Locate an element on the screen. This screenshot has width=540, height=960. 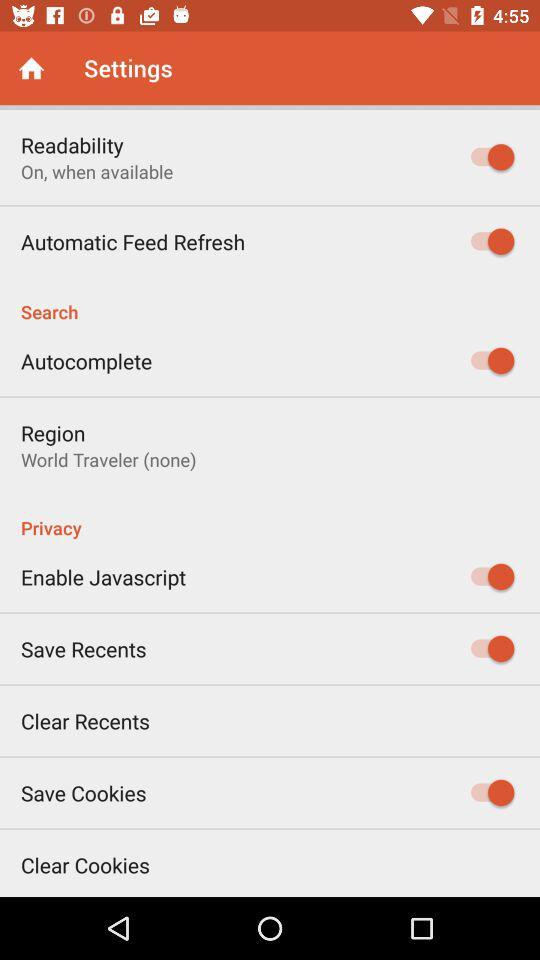
icon below the on, when available item is located at coordinates (133, 240).